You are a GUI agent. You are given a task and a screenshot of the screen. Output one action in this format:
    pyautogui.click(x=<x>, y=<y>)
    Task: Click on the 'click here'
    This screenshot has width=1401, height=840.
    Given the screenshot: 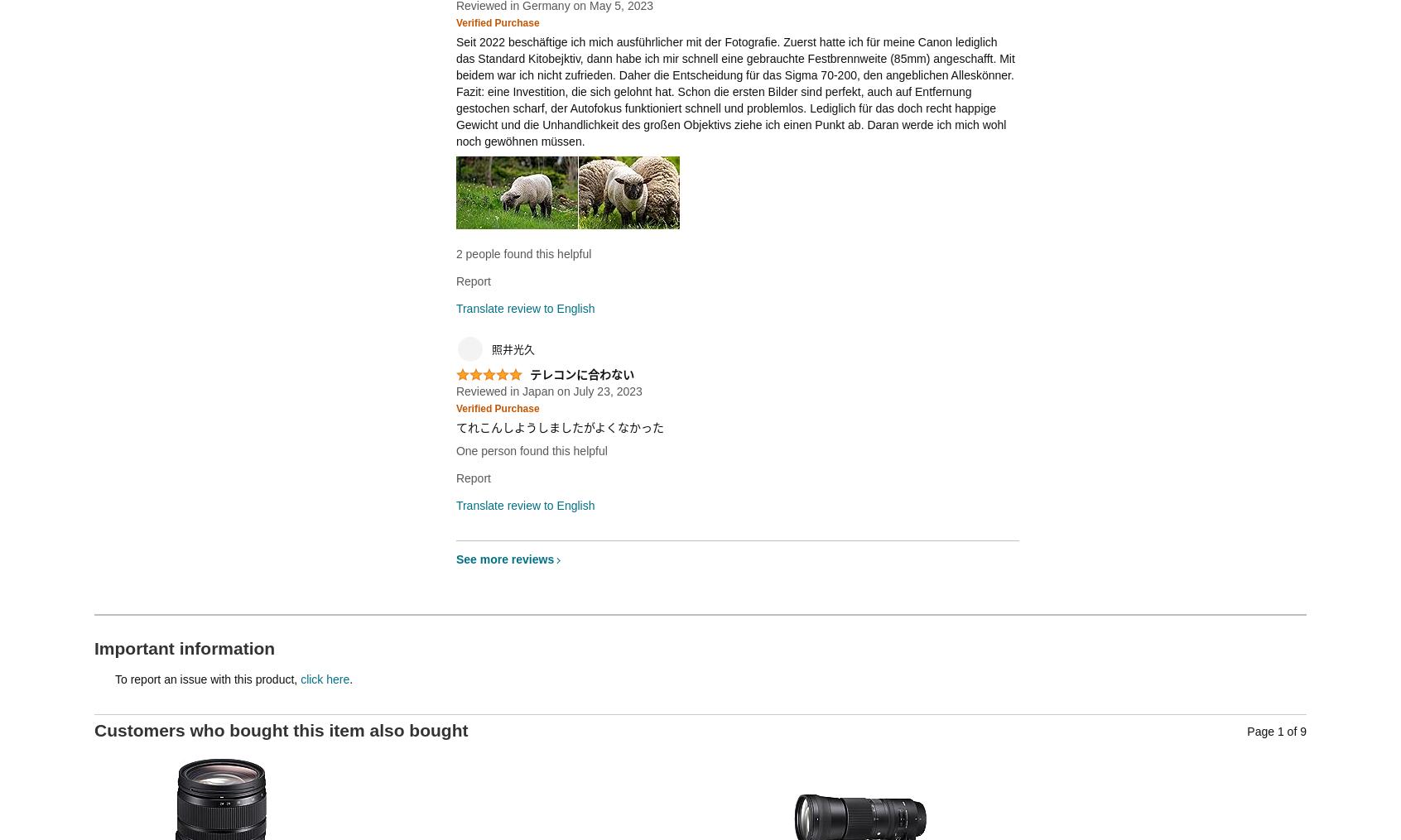 What is the action you would take?
    pyautogui.click(x=325, y=679)
    